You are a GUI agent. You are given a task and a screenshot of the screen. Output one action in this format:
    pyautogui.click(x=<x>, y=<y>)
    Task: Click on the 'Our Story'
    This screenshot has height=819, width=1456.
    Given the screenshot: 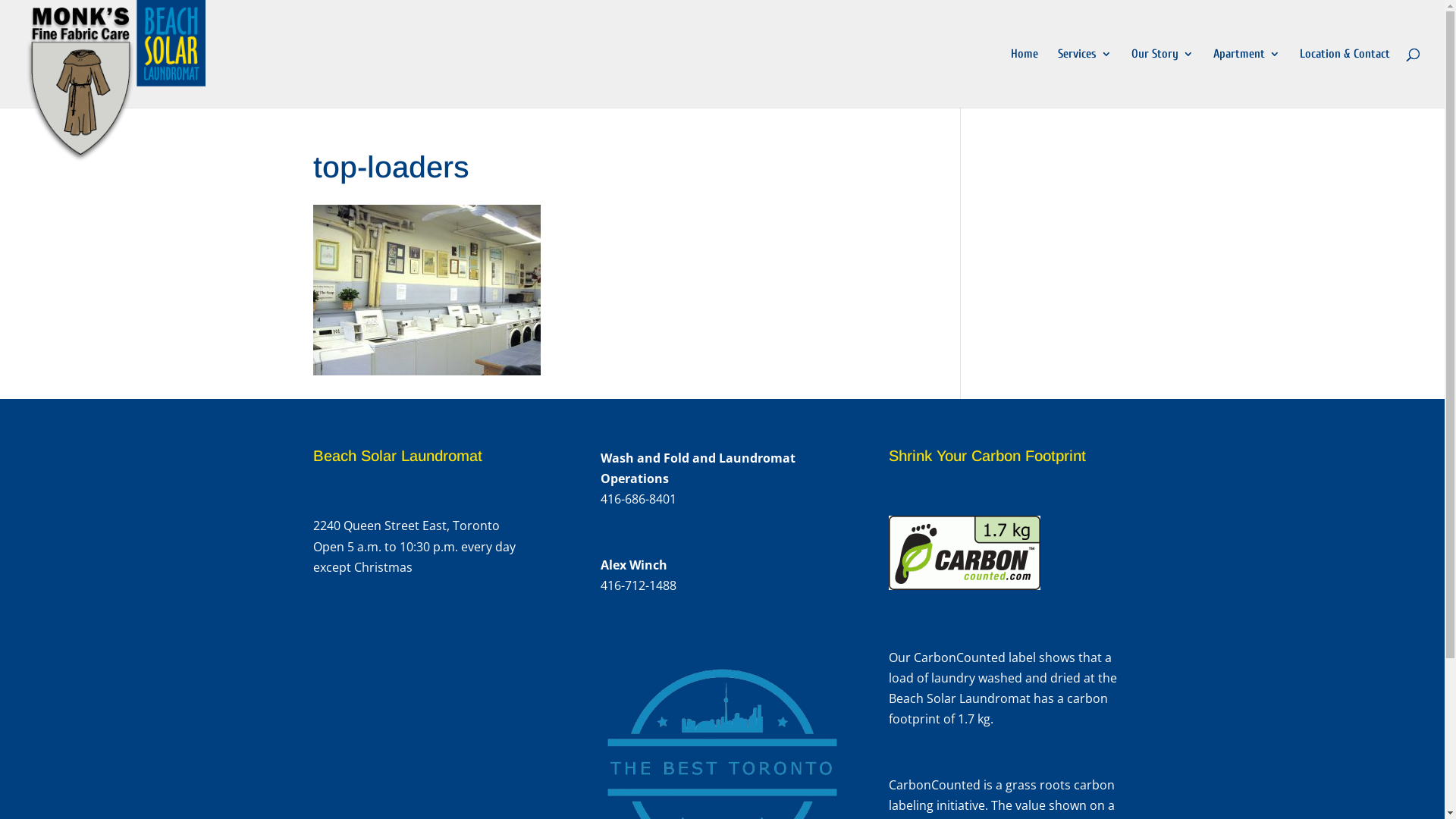 What is the action you would take?
    pyautogui.click(x=1161, y=78)
    